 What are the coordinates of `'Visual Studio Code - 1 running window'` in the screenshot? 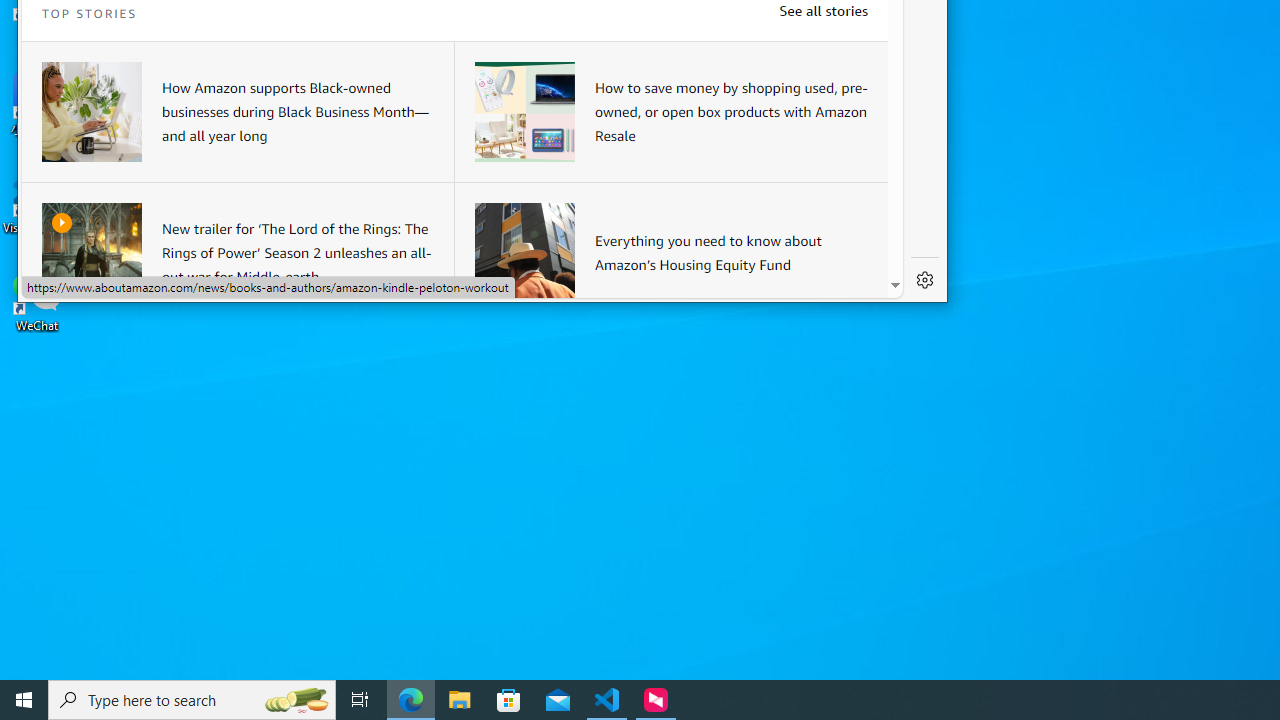 It's located at (606, 698).